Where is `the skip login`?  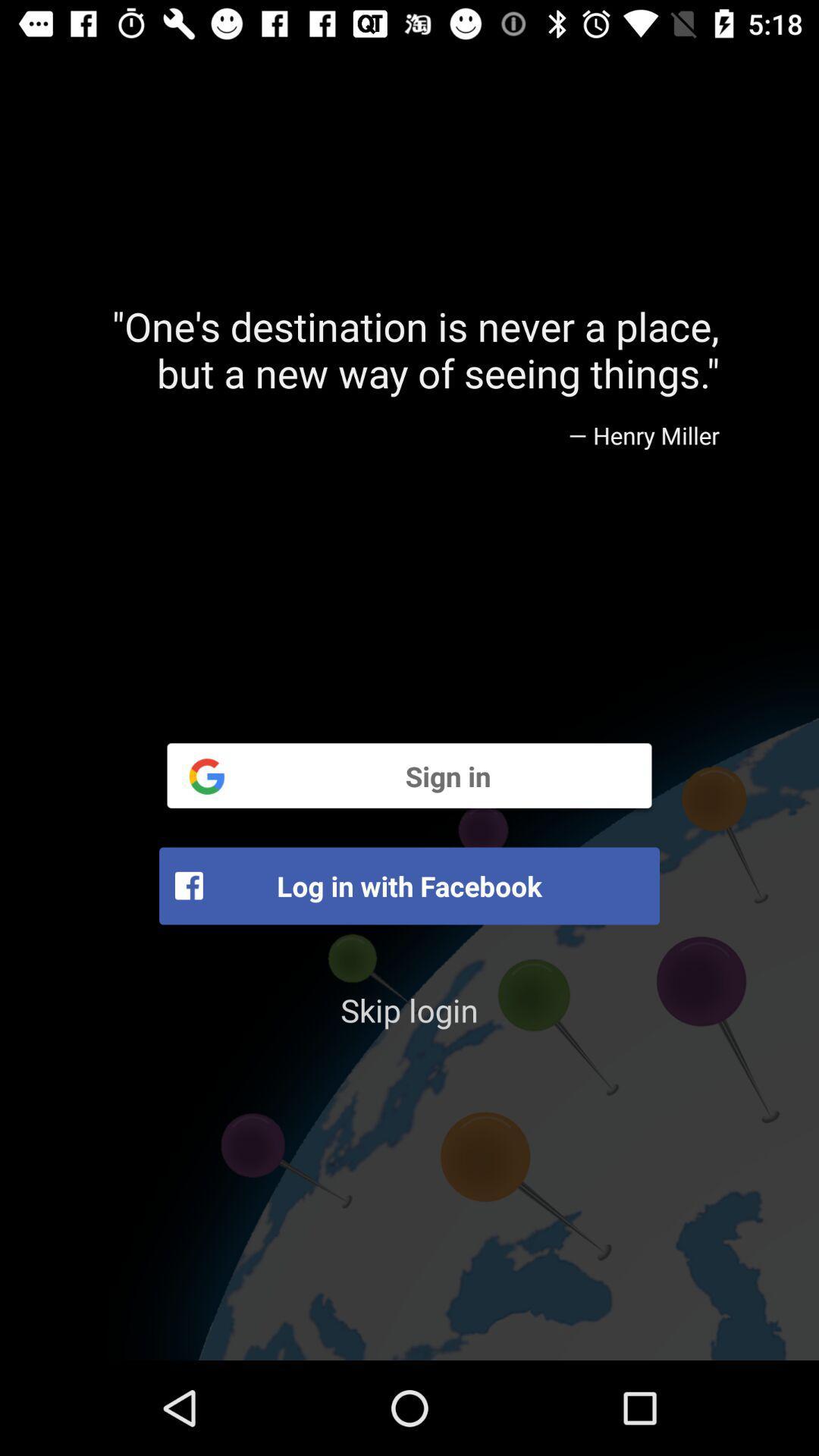
the skip login is located at coordinates (409, 1009).